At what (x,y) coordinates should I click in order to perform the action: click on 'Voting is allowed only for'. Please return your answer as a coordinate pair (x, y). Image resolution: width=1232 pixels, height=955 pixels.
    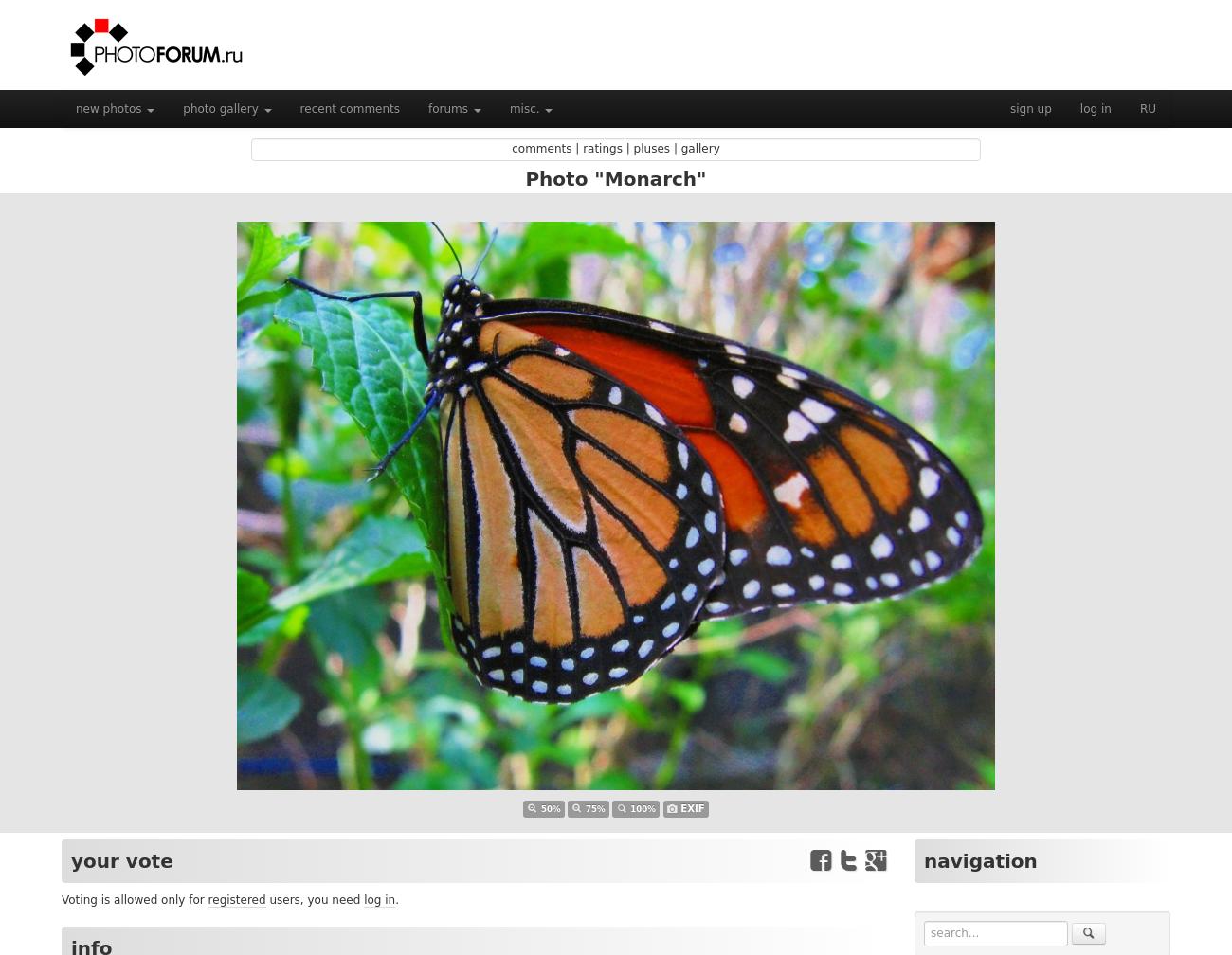
    Looking at the image, I should click on (133, 900).